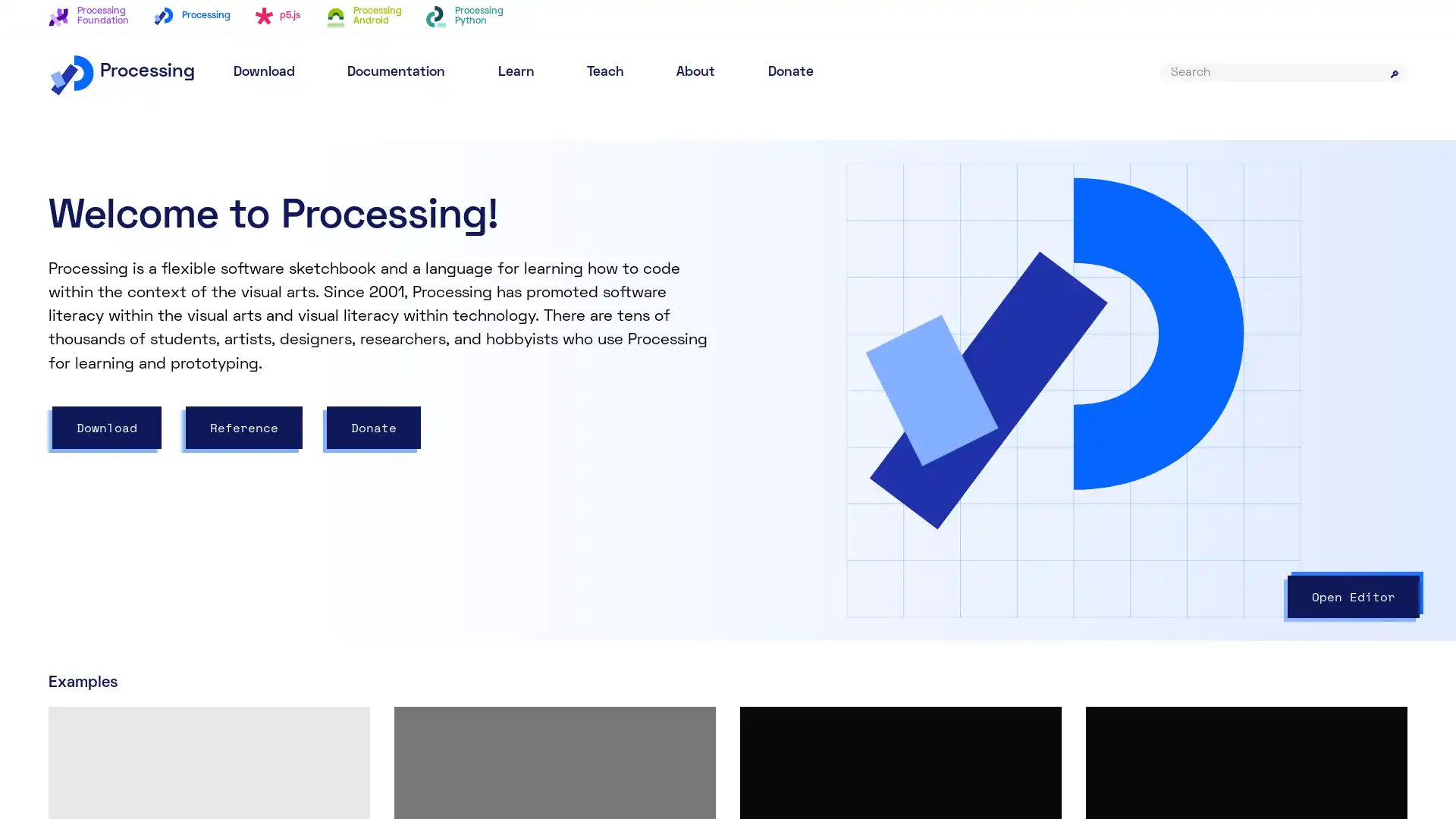  I want to click on change position, so click(905, 467).